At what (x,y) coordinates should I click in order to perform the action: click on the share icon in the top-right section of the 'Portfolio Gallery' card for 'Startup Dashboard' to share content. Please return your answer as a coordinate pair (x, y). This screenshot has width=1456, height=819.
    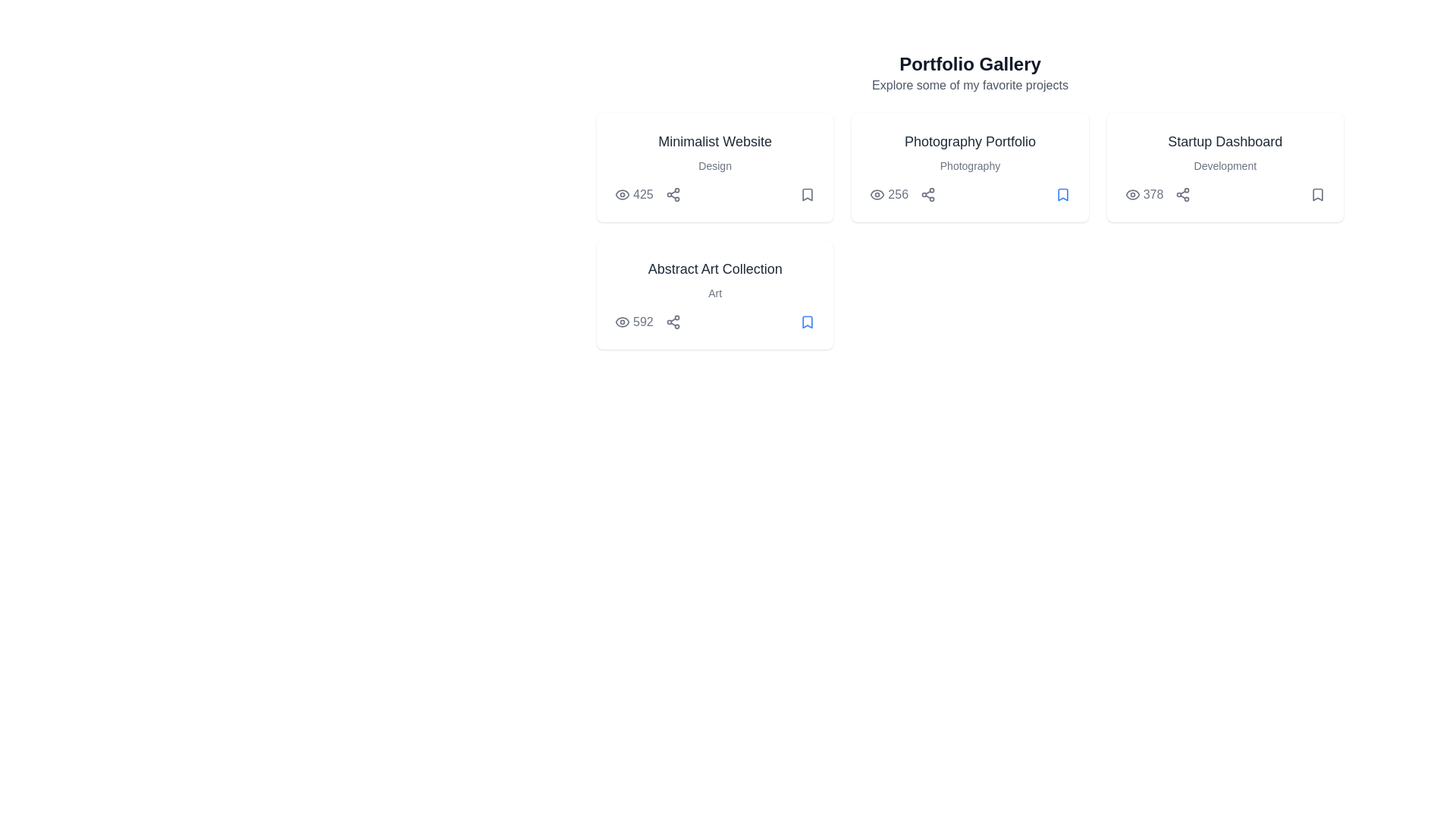
    Looking at the image, I should click on (1182, 194).